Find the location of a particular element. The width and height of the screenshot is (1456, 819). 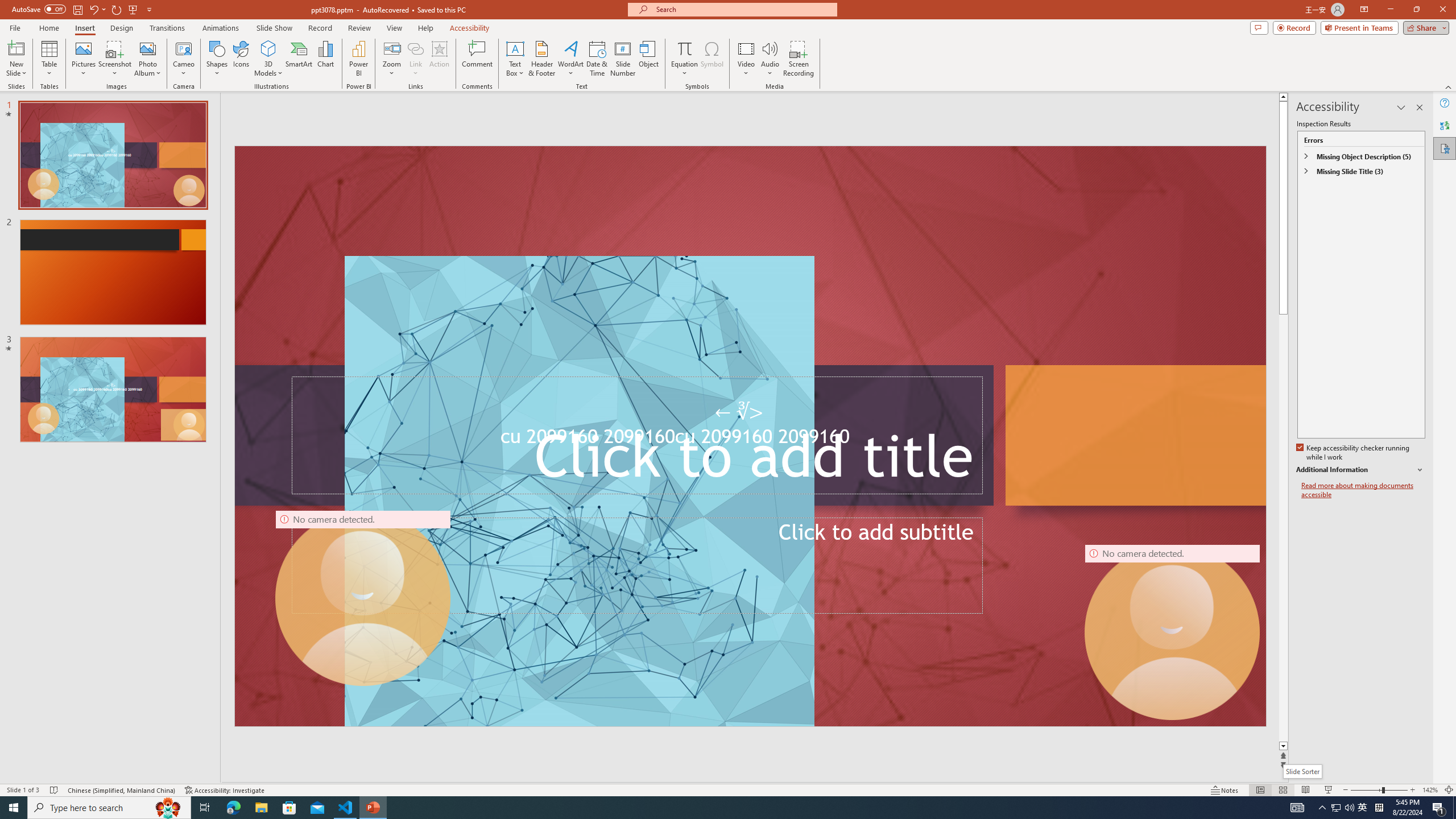

'Symbol...' is located at coordinates (712, 59).